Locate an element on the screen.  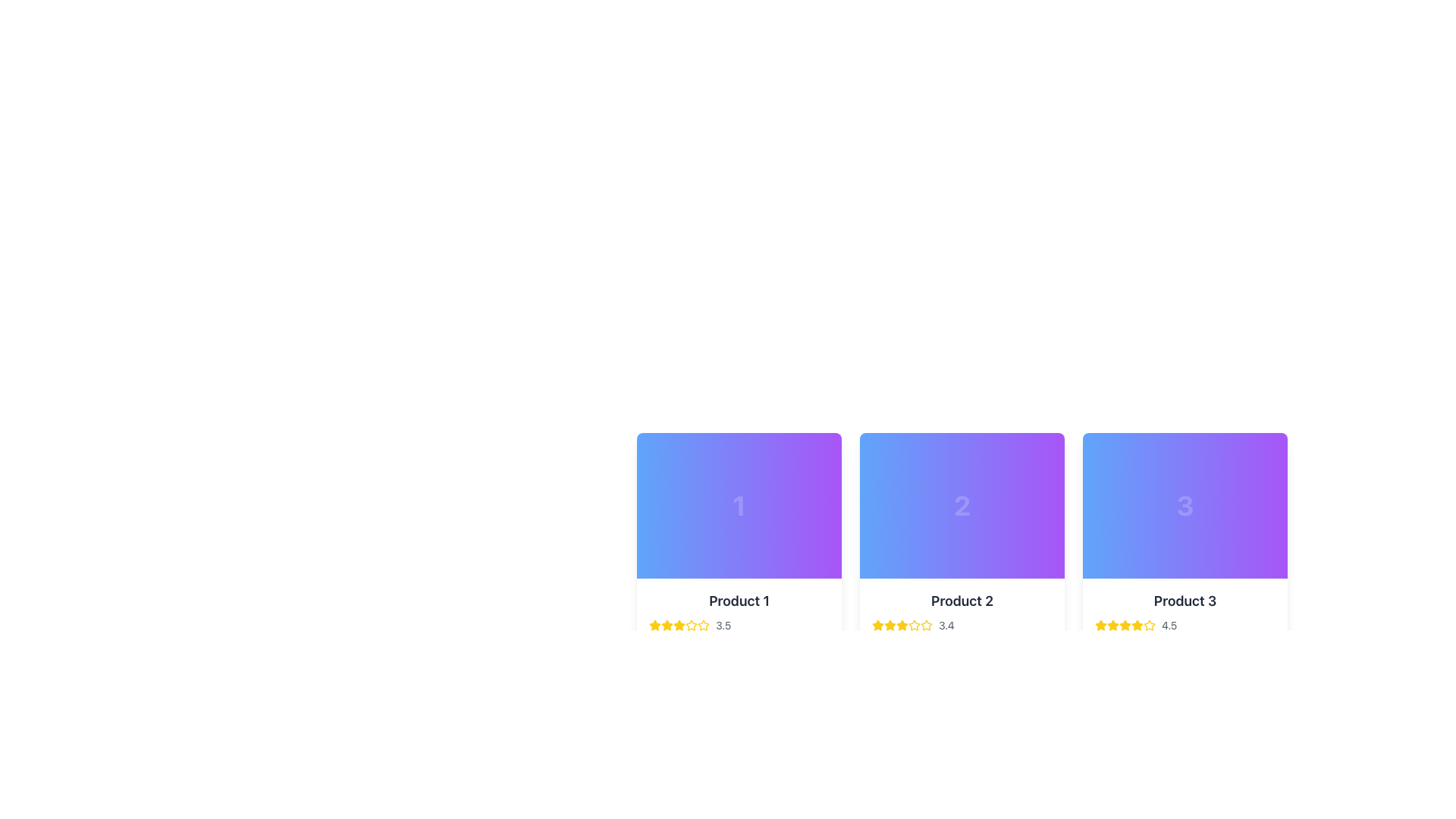
the first star icon in the rating system below the 'Product 1' label is located at coordinates (655, 625).